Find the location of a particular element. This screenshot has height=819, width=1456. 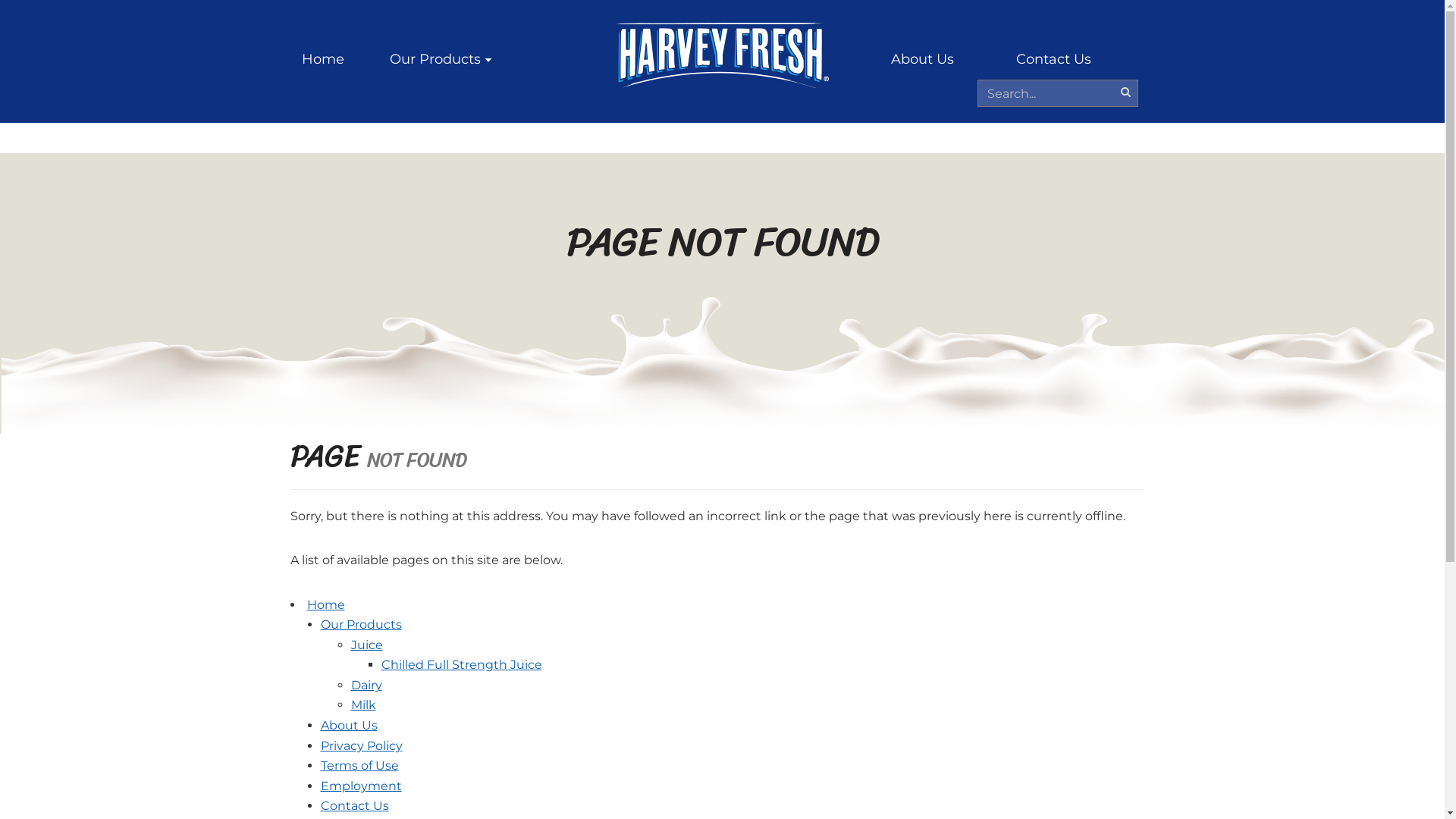

'Our Products' is located at coordinates (439, 58).